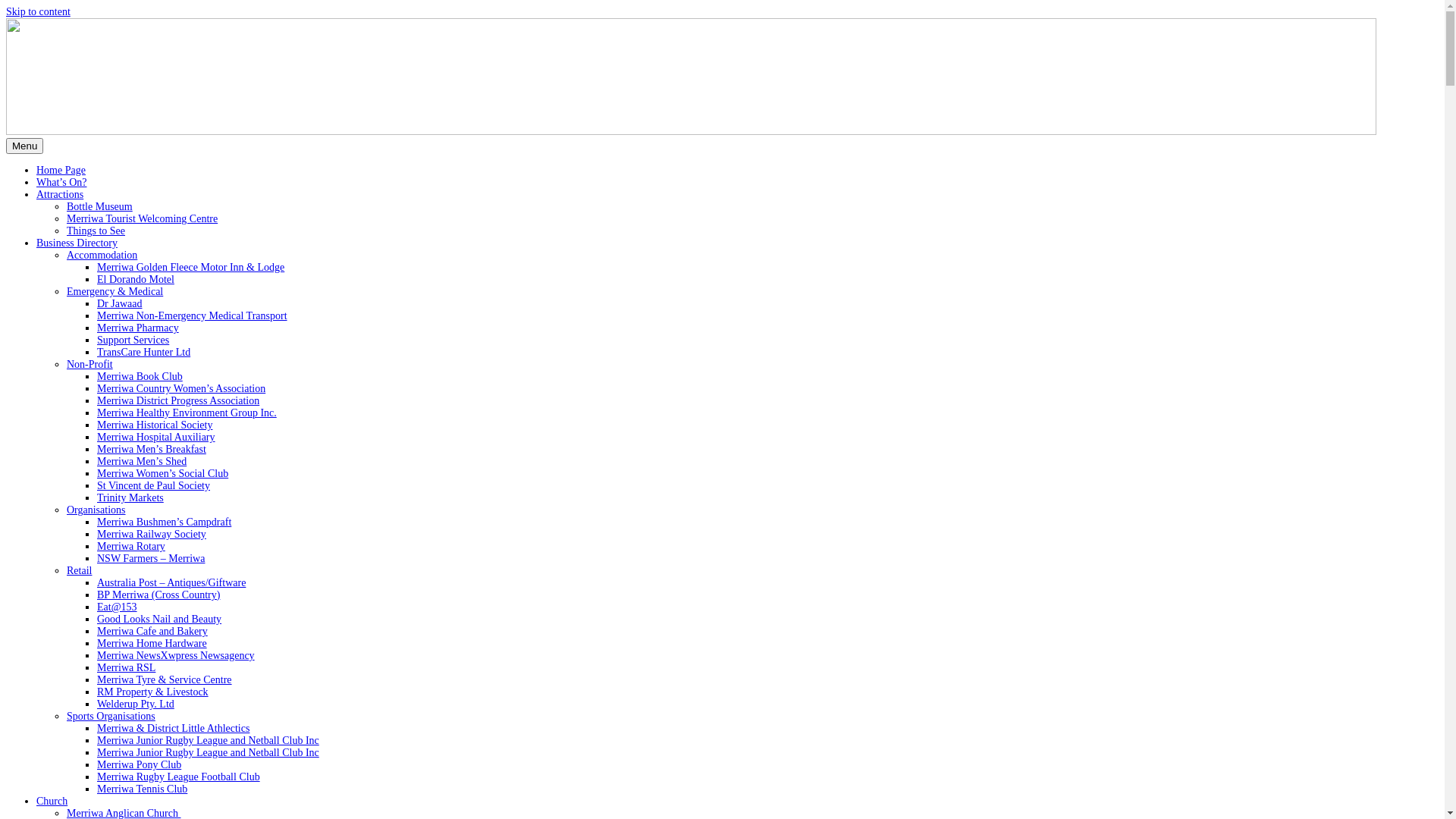 This screenshot has height=819, width=1456. I want to click on 'Good Looks Nail and Beauty', so click(159, 619).